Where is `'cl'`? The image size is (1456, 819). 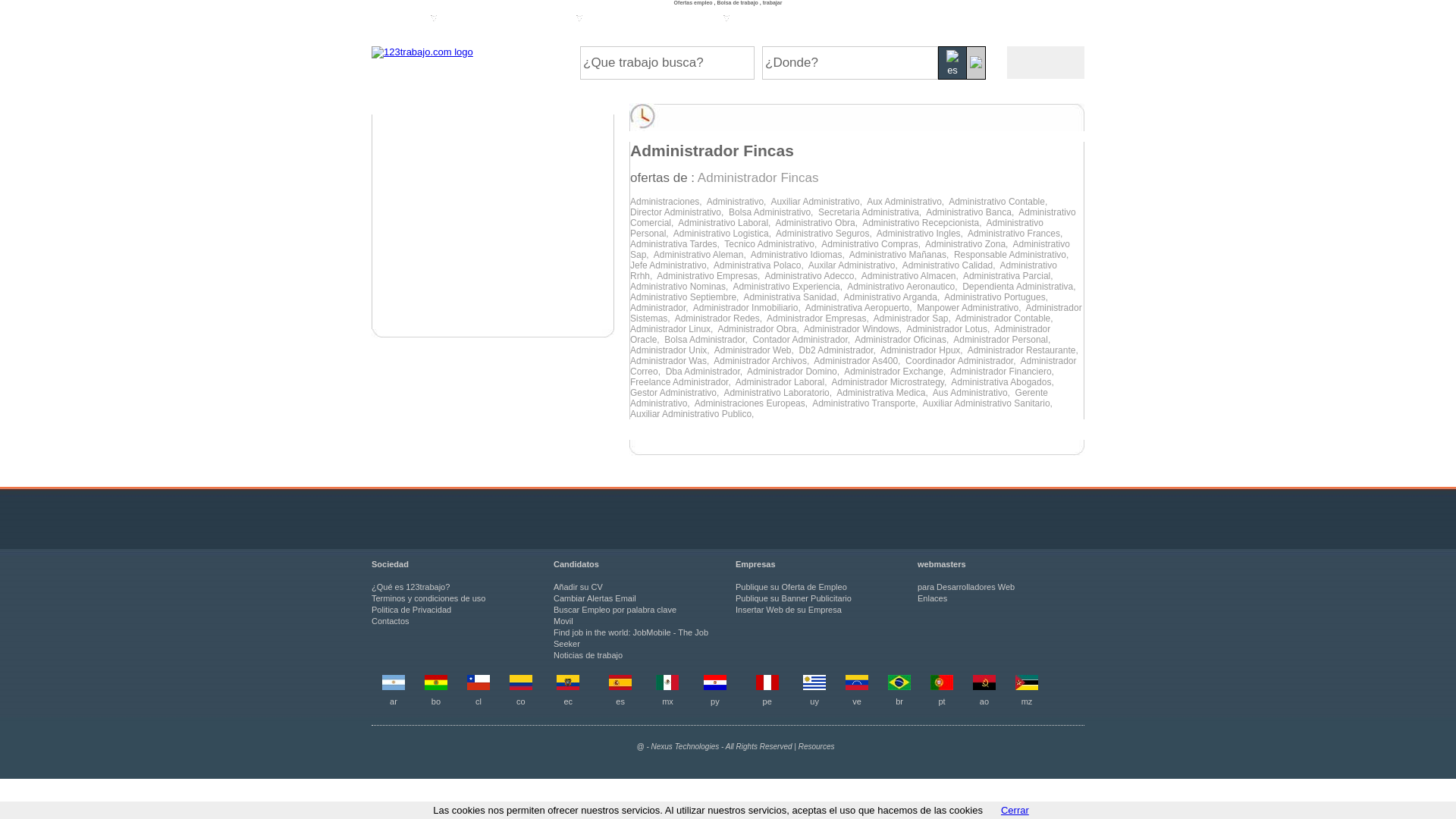 'cl' is located at coordinates (475, 701).